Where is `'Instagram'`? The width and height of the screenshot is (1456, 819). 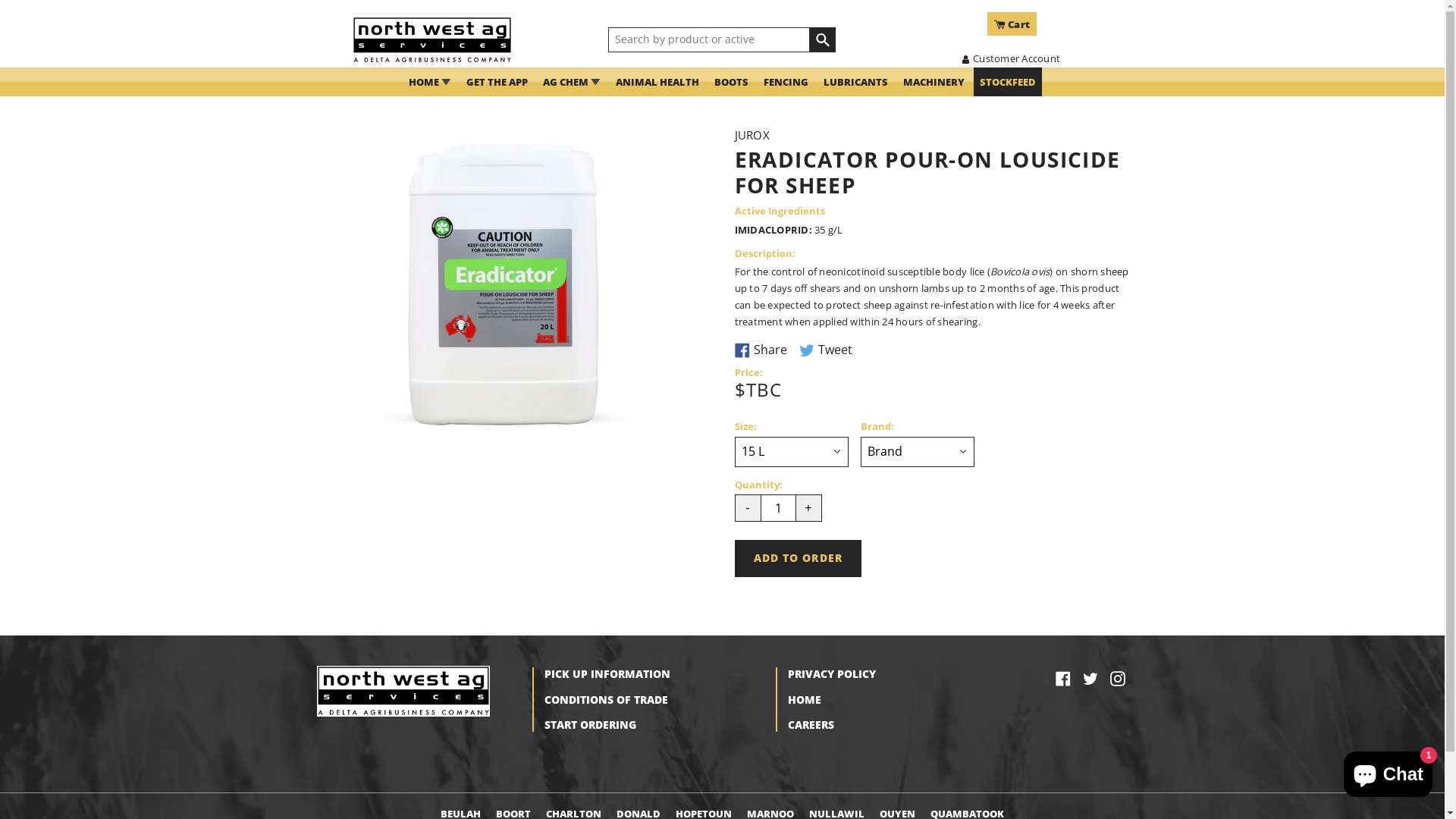 'Instagram' is located at coordinates (1117, 676).